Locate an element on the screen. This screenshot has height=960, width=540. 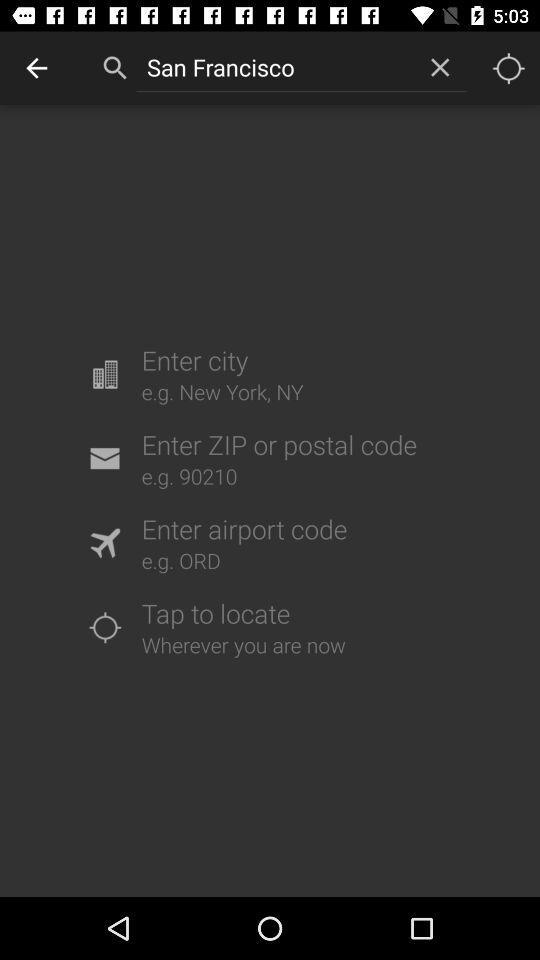
the image next to enter city is located at coordinates (104, 373).